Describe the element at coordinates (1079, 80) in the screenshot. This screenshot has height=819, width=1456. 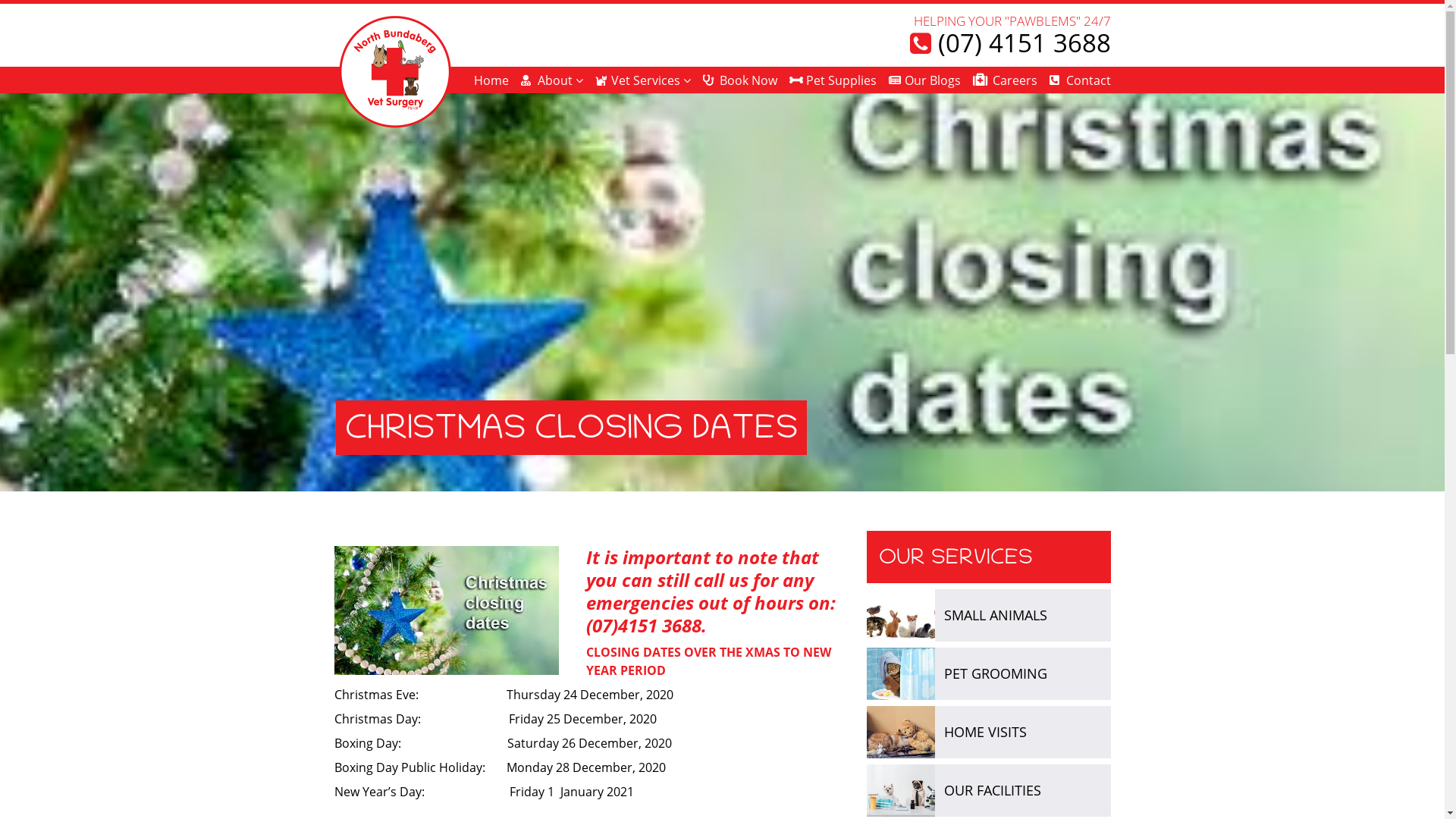
I see `'Contact'` at that location.